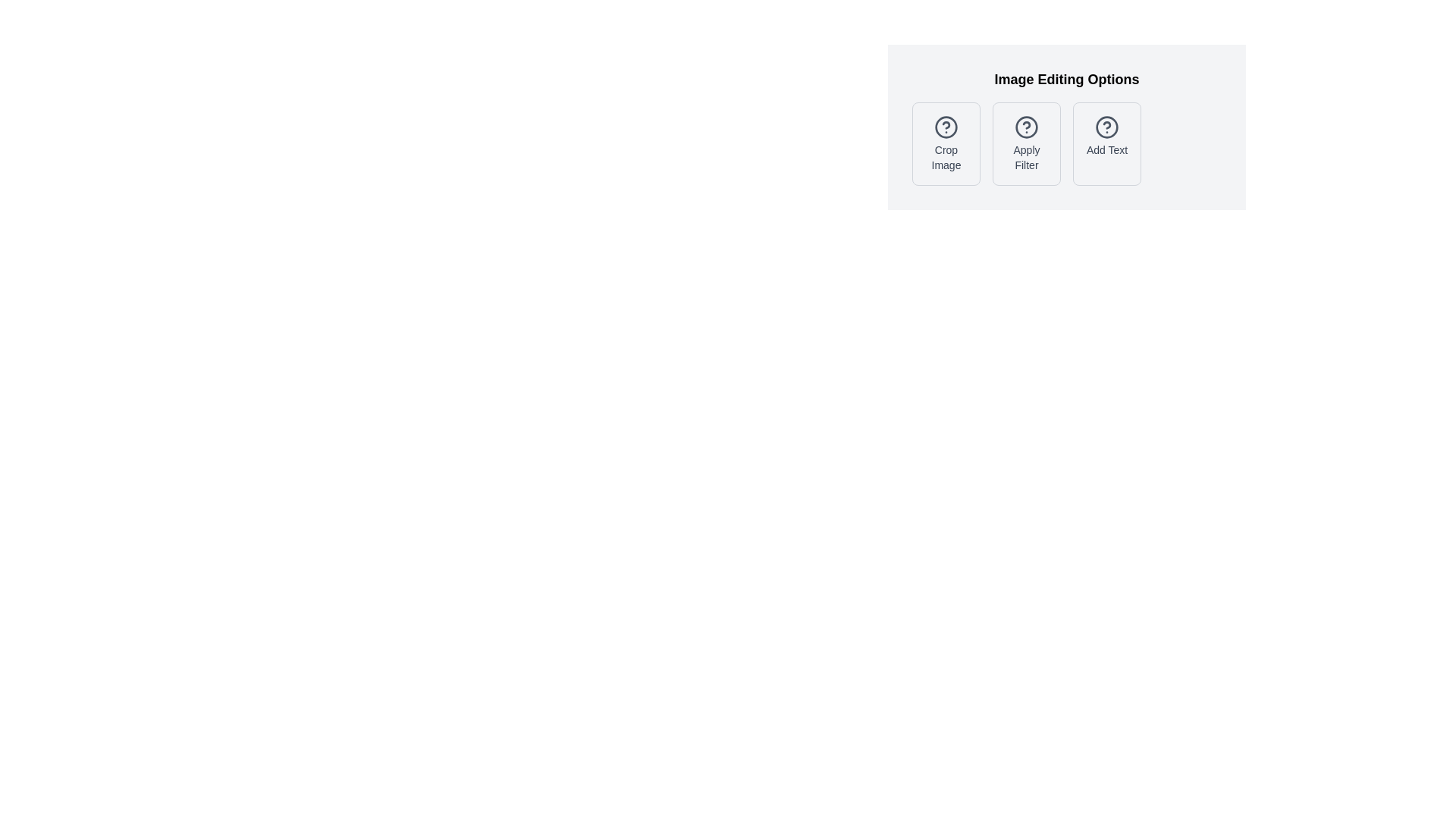 The image size is (1456, 819). Describe the element at coordinates (1106, 127) in the screenshot. I see `the 'Add Text' icon located above the text label 'Add Text' in the 'Image Editing Options' section` at that location.